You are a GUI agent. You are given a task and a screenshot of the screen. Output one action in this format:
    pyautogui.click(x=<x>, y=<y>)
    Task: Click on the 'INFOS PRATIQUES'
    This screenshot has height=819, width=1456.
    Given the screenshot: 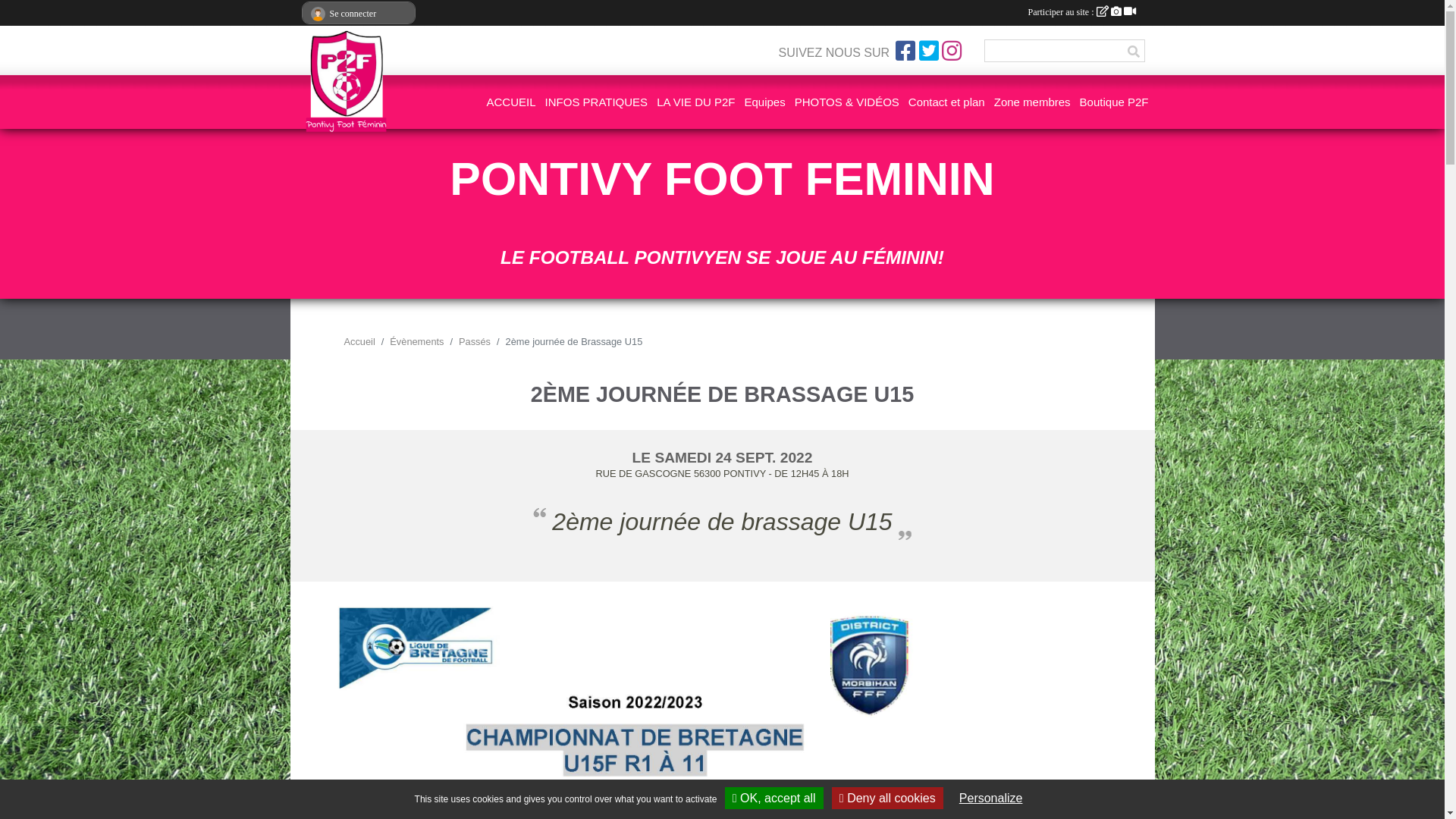 What is the action you would take?
    pyautogui.click(x=545, y=102)
    